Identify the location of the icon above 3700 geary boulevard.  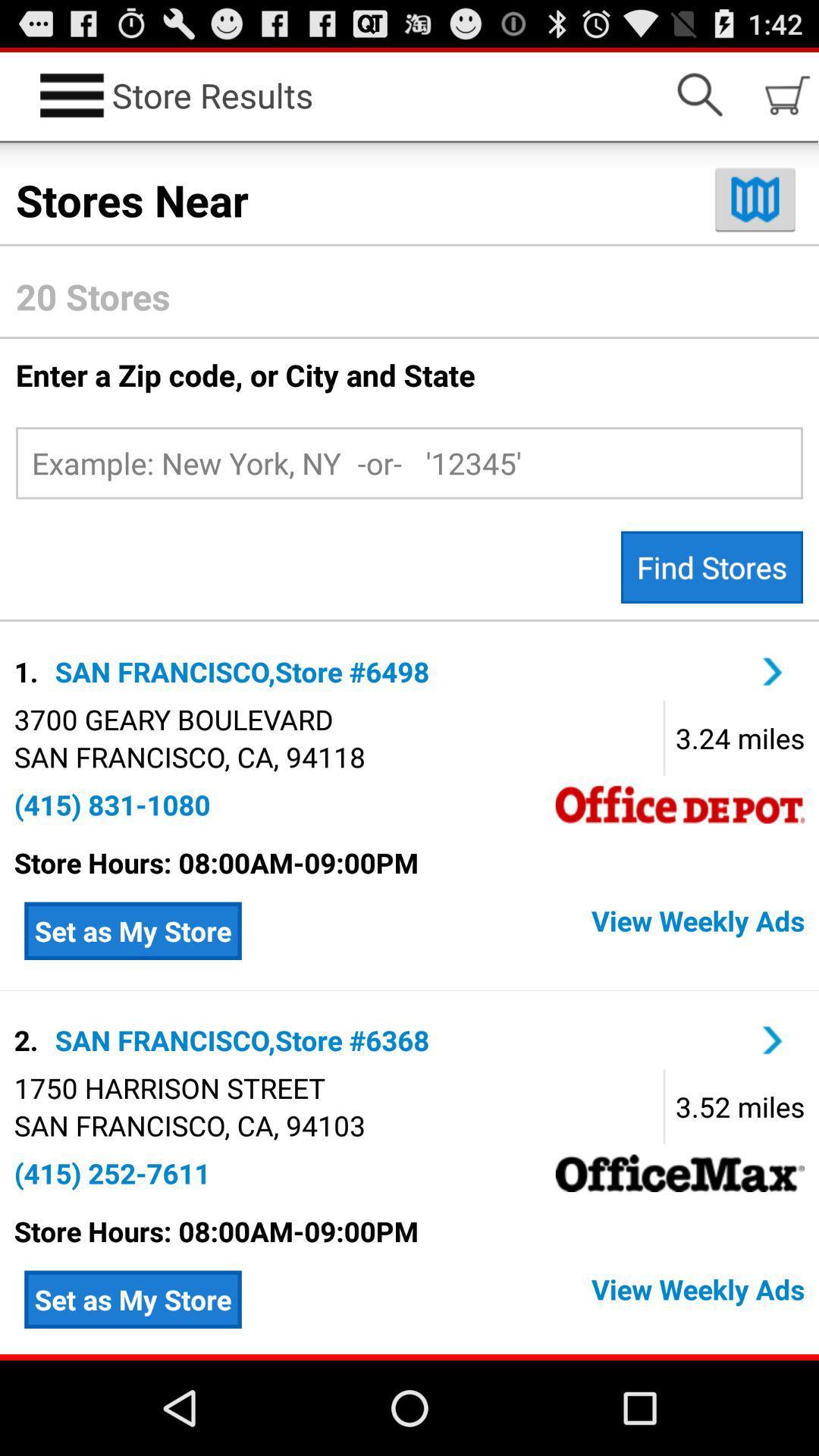
(29, 670).